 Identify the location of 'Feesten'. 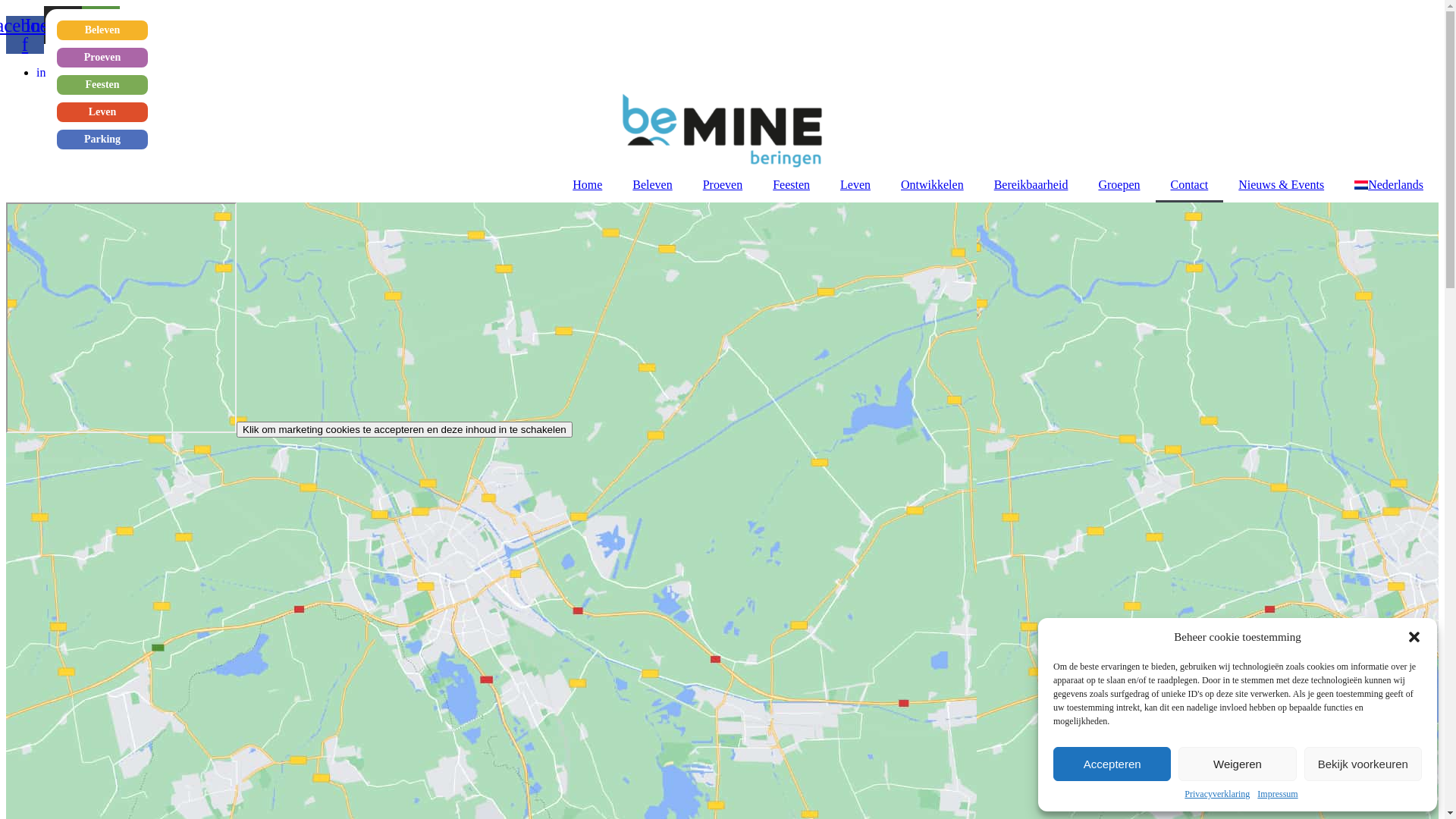
(101, 84).